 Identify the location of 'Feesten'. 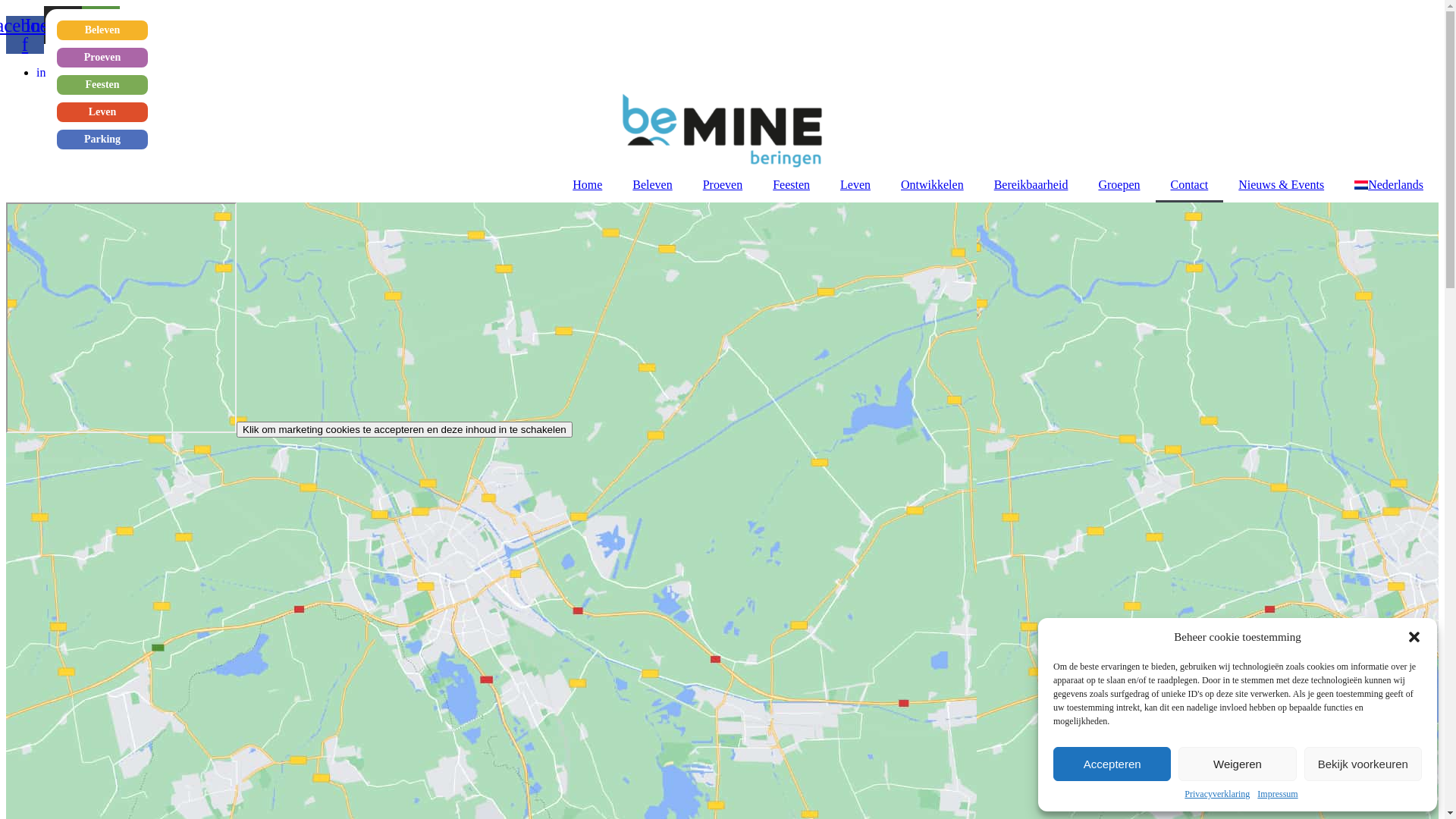
(101, 84).